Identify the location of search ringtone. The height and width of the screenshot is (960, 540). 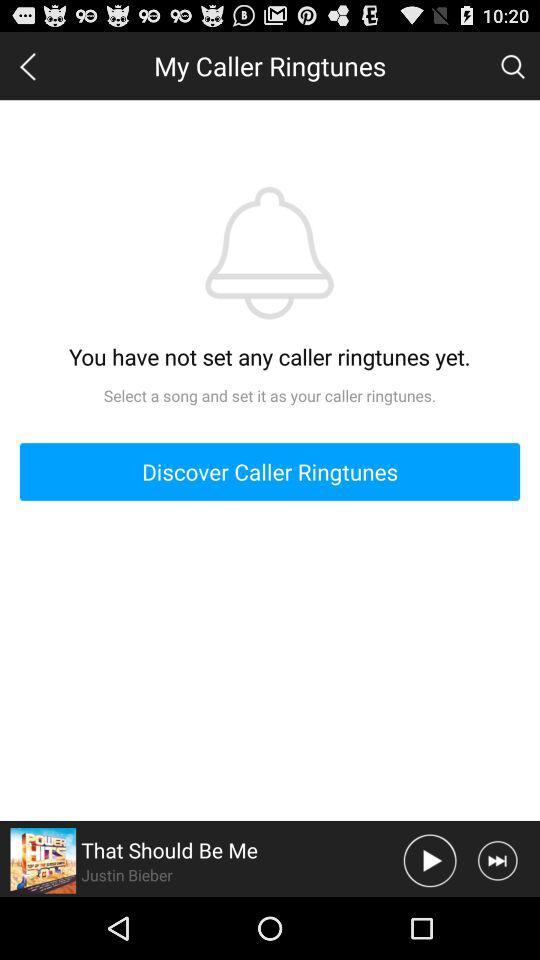
(512, 65).